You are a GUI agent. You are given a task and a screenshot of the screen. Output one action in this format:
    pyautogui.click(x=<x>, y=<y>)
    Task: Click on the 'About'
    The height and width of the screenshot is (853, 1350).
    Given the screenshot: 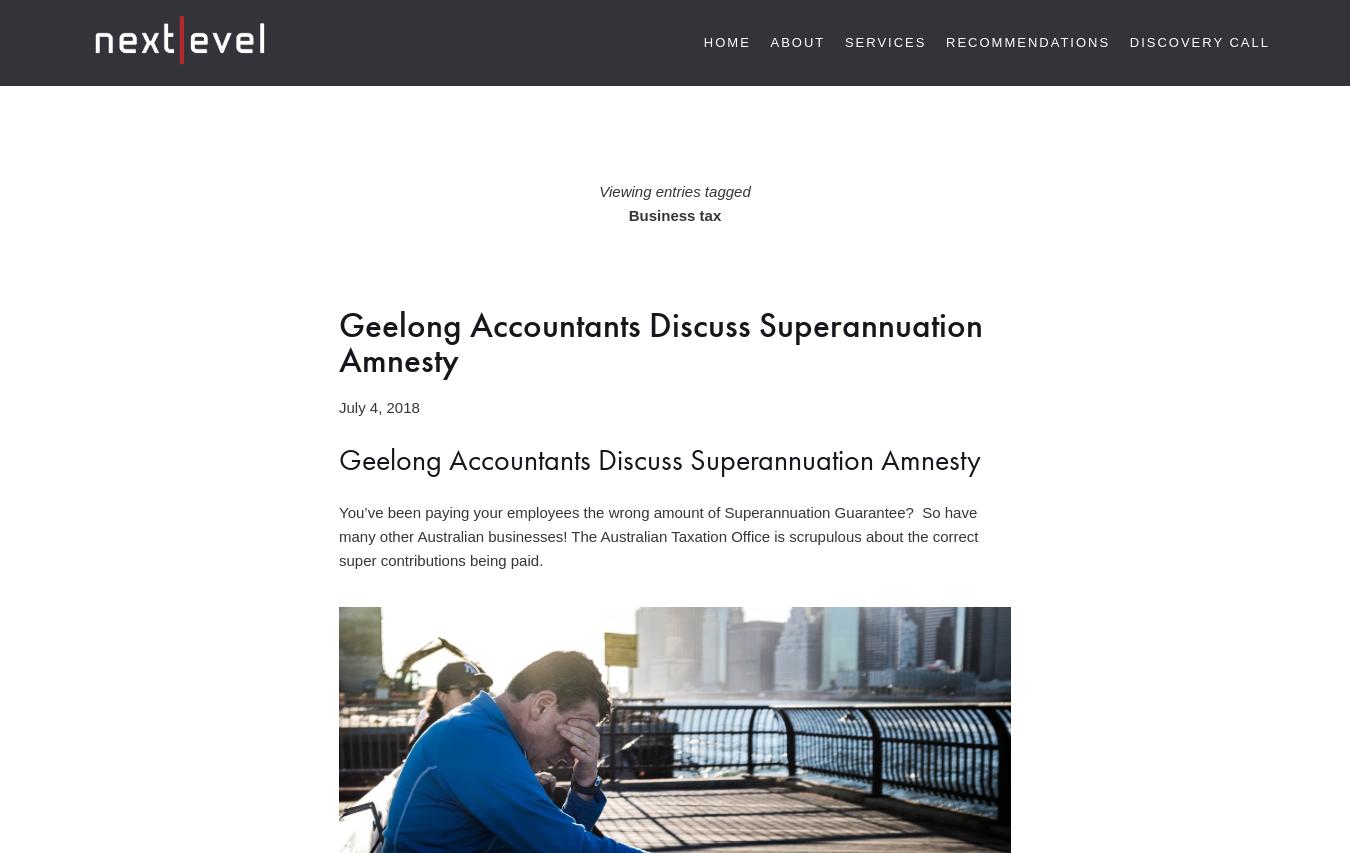 What is the action you would take?
    pyautogui.click(x=769, y=41)
    